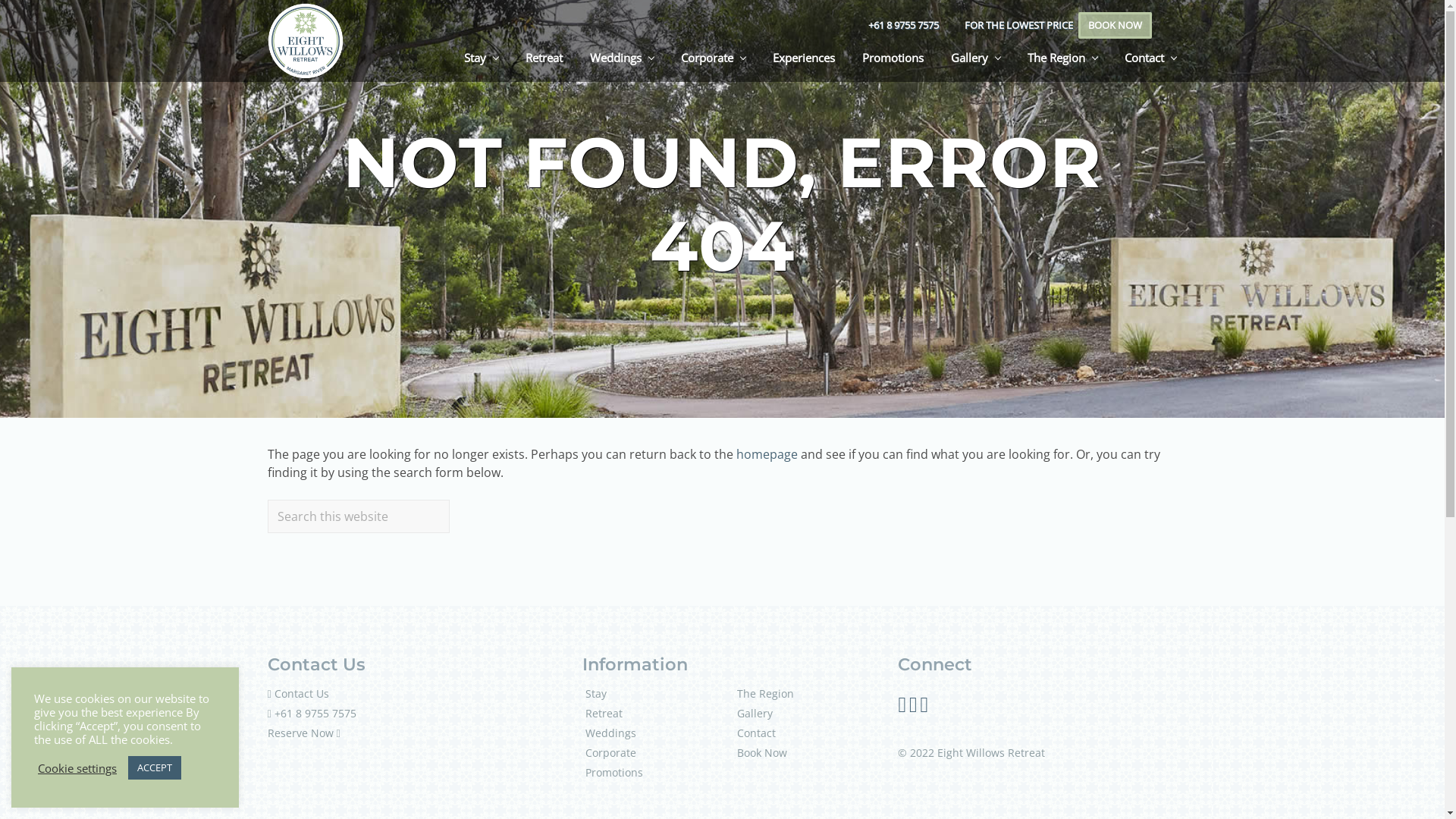 The height and width of the screenshot is (819, 1456). I want to click on 'The Region', so click(1061, 57).